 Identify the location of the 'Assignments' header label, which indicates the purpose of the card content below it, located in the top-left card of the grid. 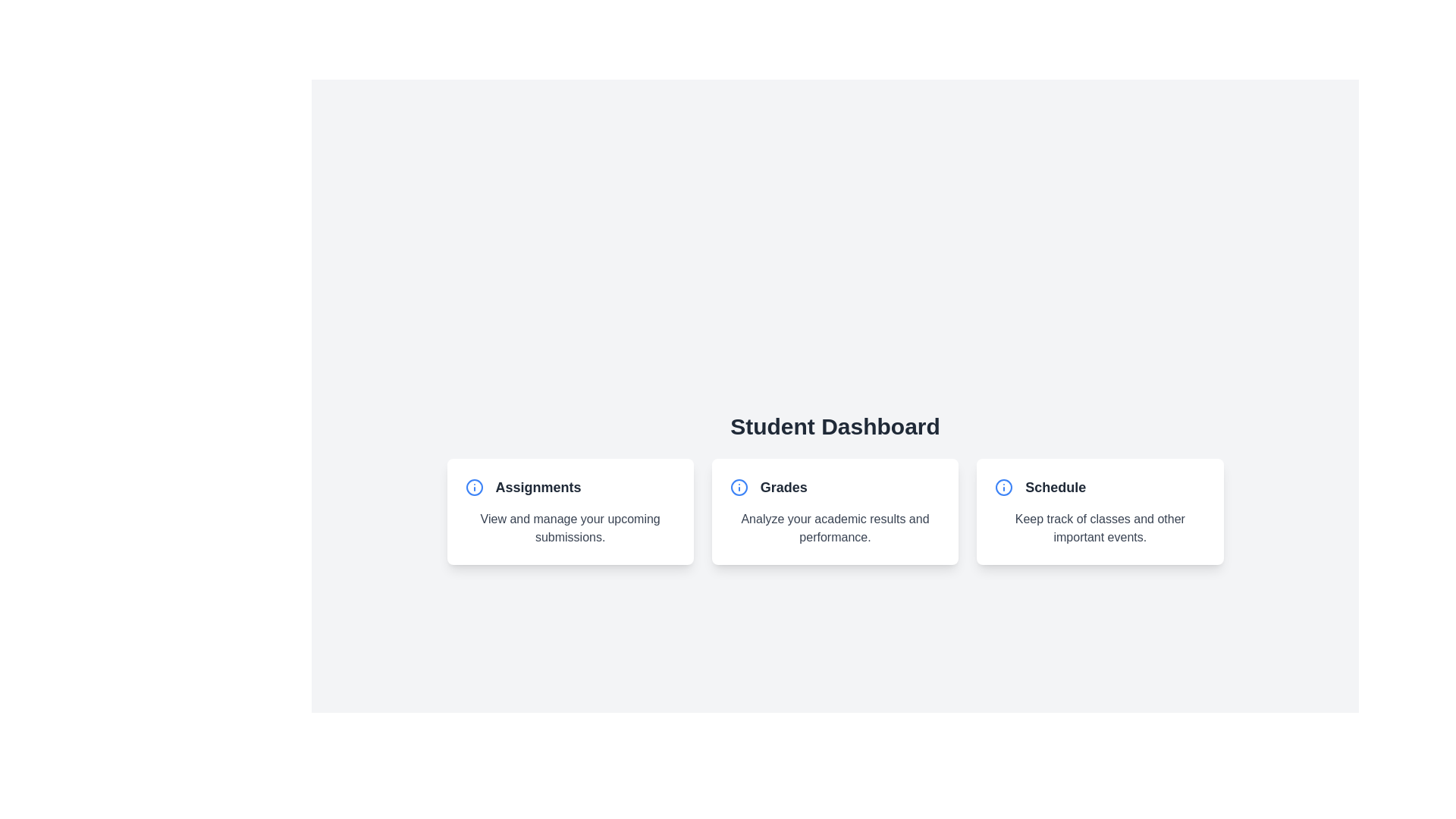
(570, 488).